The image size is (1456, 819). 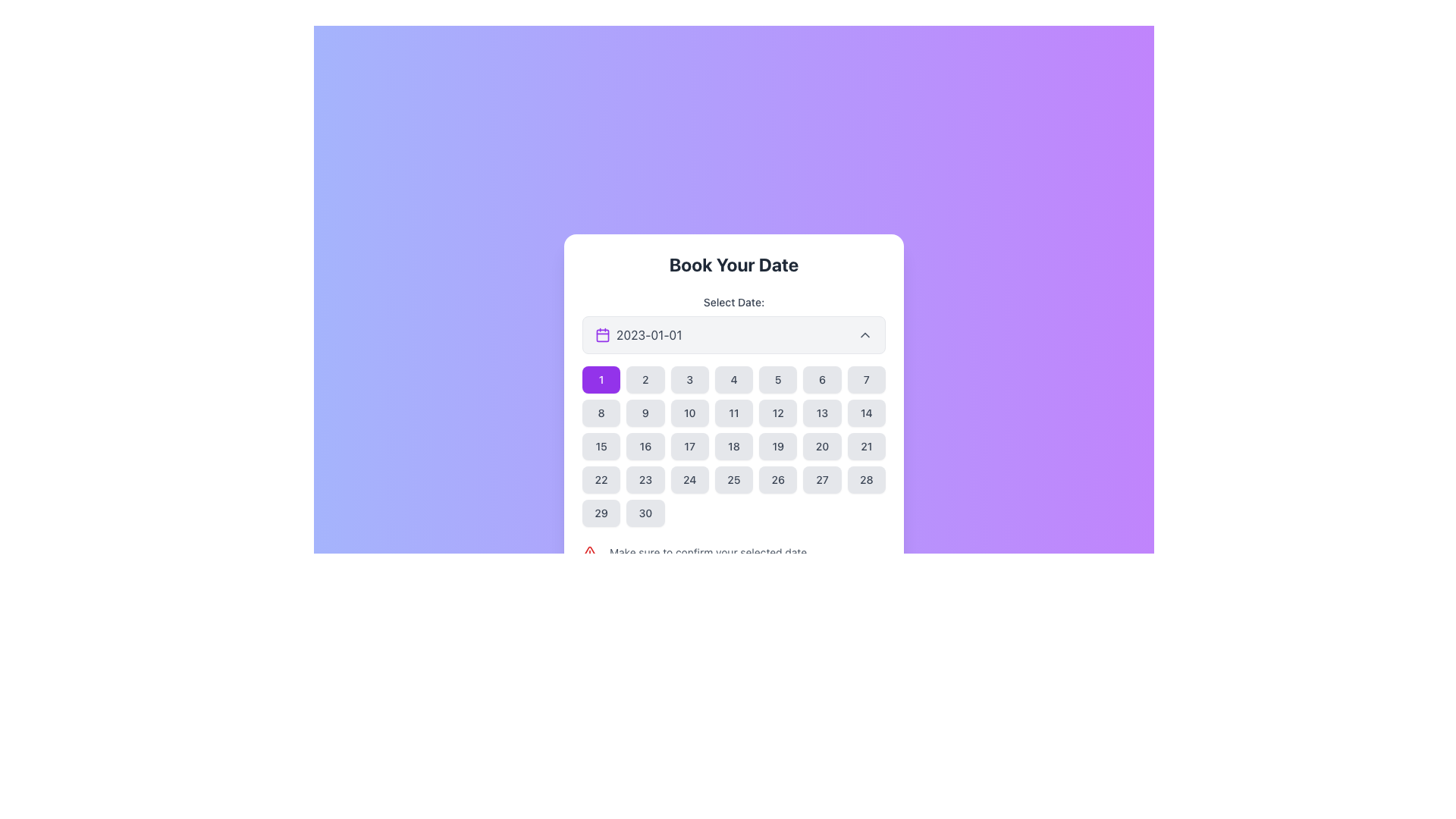 What do you see at coordinates (645, 413) in the screenshot?
I see `the rounded rectangular button with a light gray background featuring the numeral '9'` at bounding box center [645, 413].